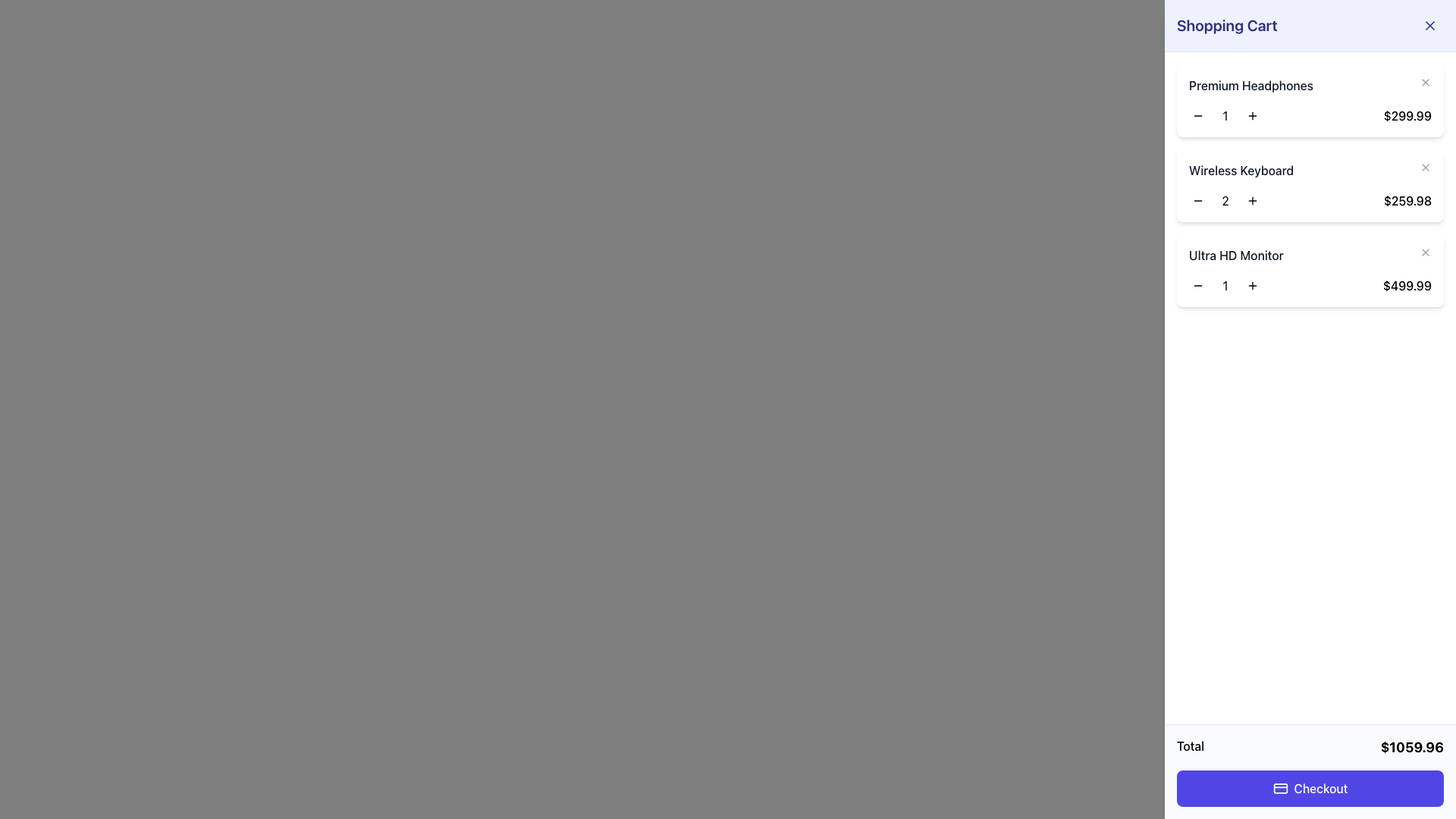 Image resolution: width=1456 pixels, height=819 pixels. I want to click on the text element displaying the current quantity of 'Premium Headphones' in the shopping cart, located between the minus and plus buttons, so click(1225, 115).